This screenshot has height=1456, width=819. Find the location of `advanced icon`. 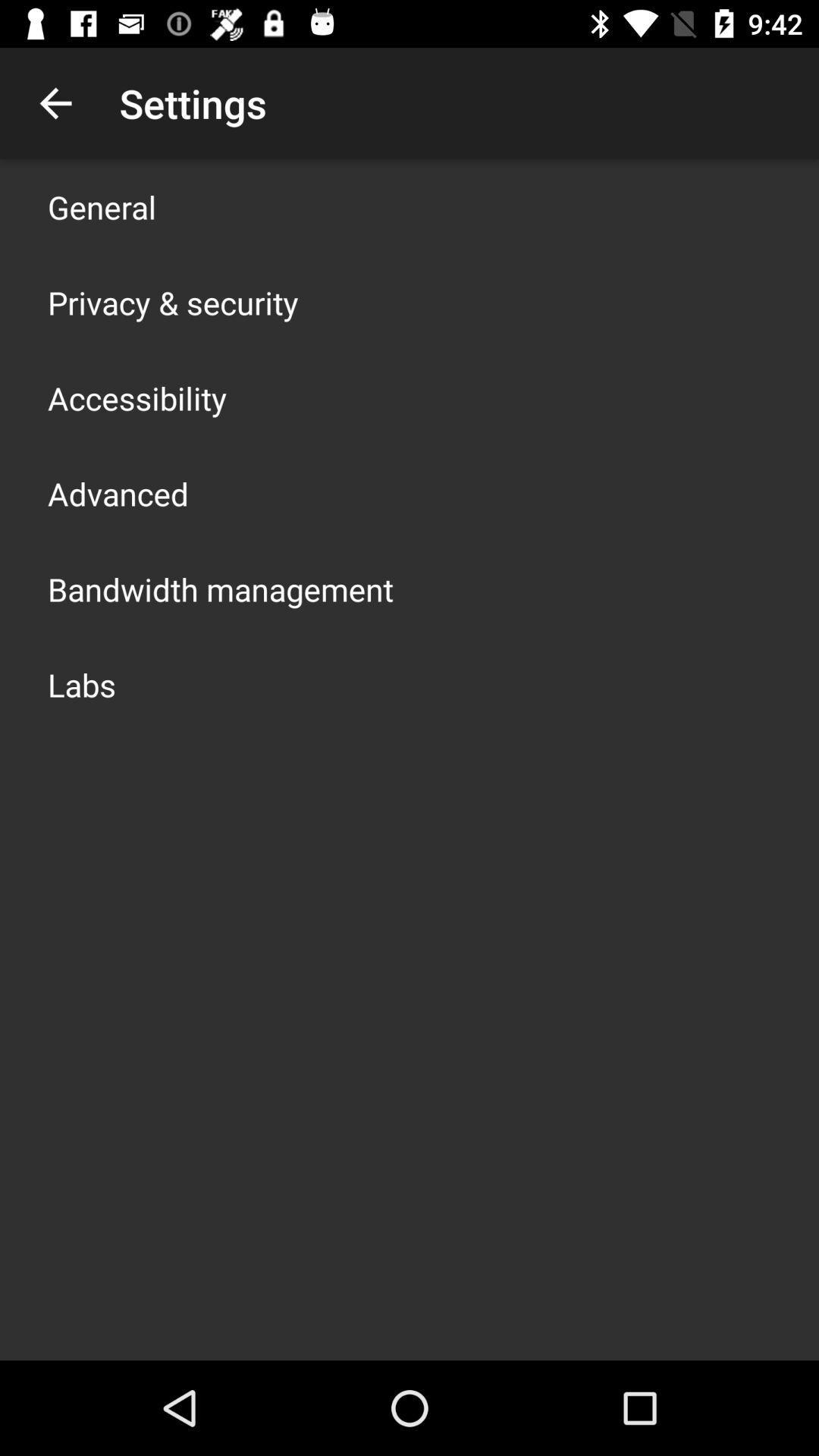

advanced icon is located at coordinates (117, 494).